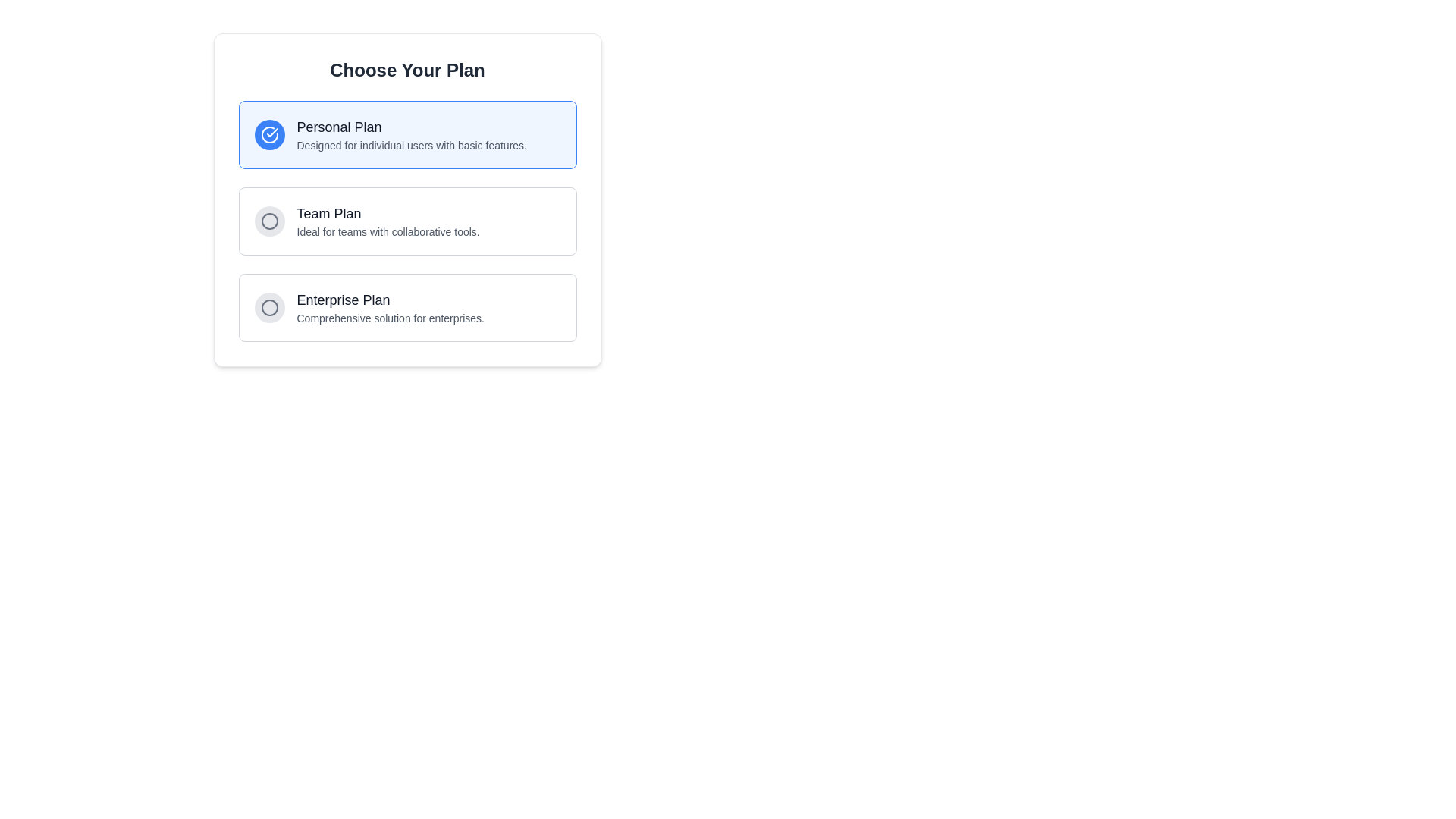 The image size is (1456, 819). Describe the element at coordinates (269, 133) in the screenshot. I see `the circular SVG icon with a checkmark inside, located within the blue circular badge to the left of the text 'Personal Plan' in the 'Choose Your Plan' section` at that location.